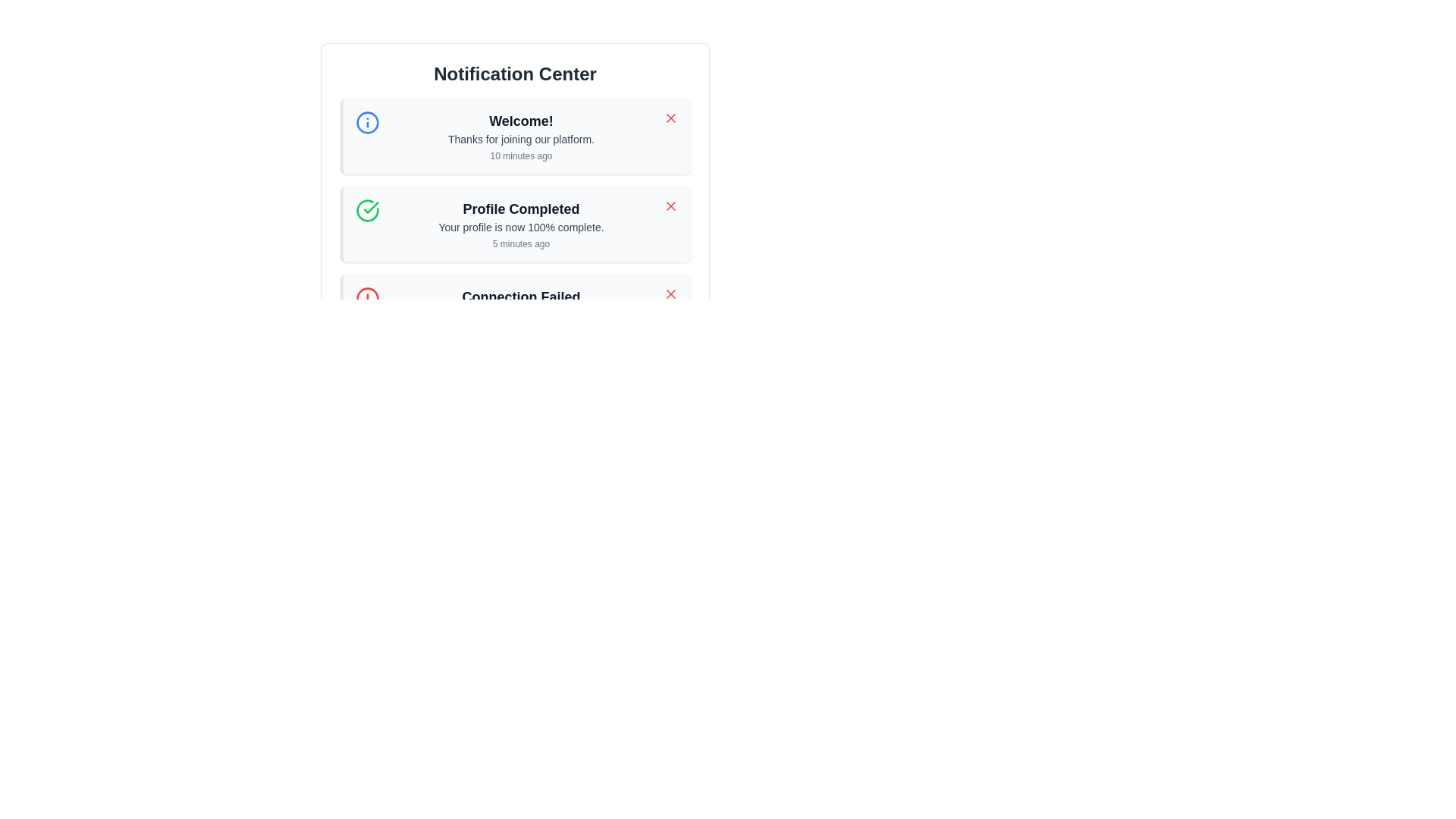 This screenshot has height=819, width=1456. I want to click on the header text element that displays 'Welcome!' in a bold, large font as the main header of the notification card, so click(521, 120).